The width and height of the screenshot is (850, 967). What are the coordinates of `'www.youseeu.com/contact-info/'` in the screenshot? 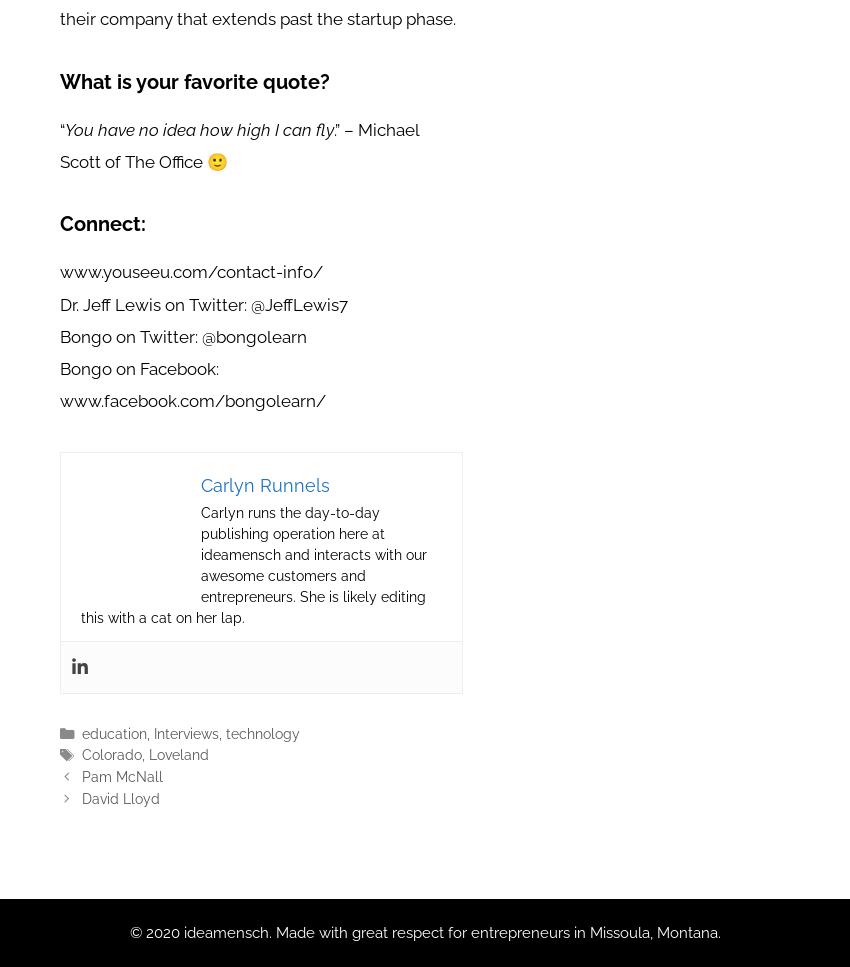 It's located at (60, 271).